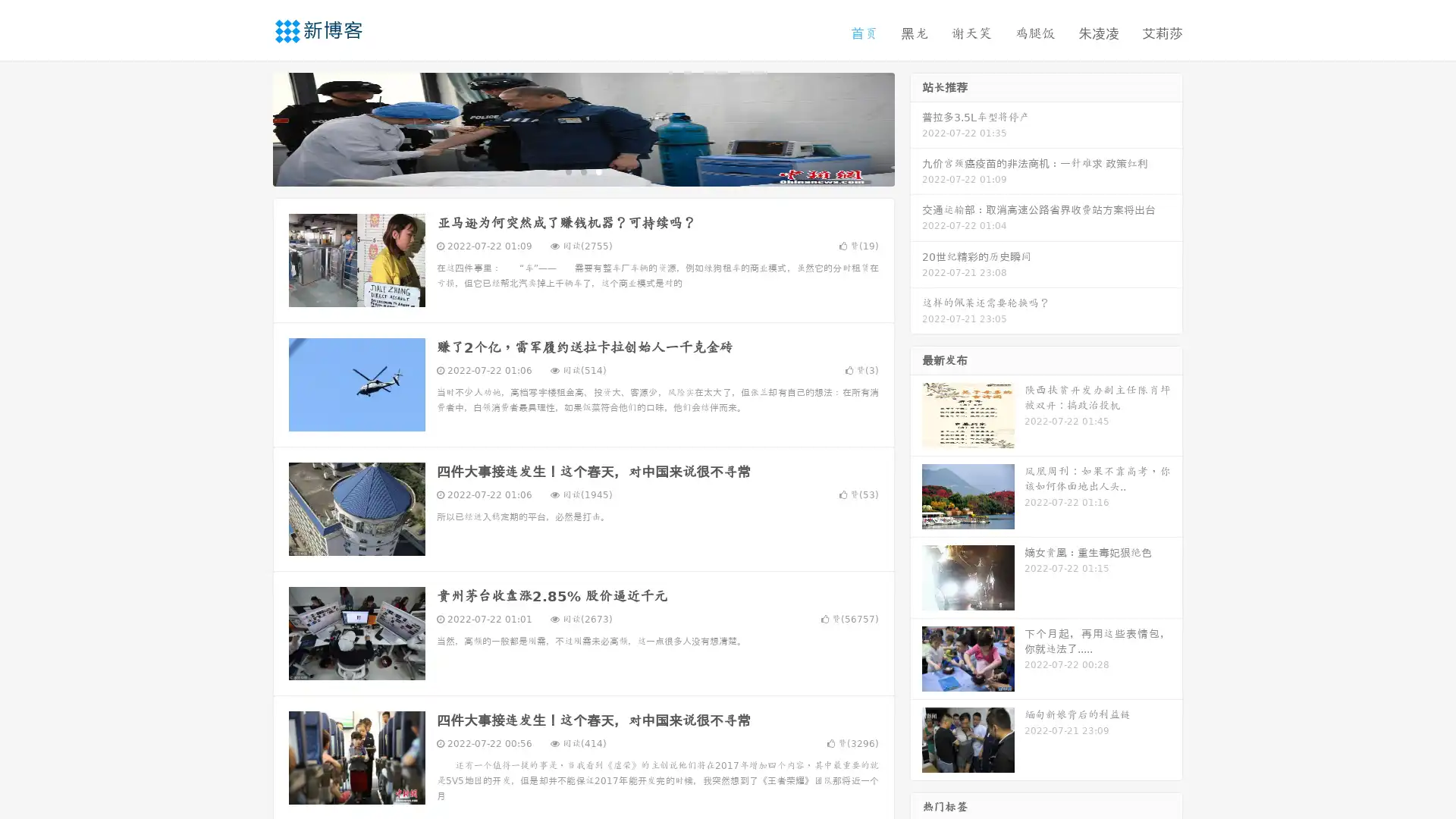 This screenshot has height=819, width=1456. What do you see at coordinates (916, 127) in the screenshot?
I see `Next slide` at bounding box center [916, 127].